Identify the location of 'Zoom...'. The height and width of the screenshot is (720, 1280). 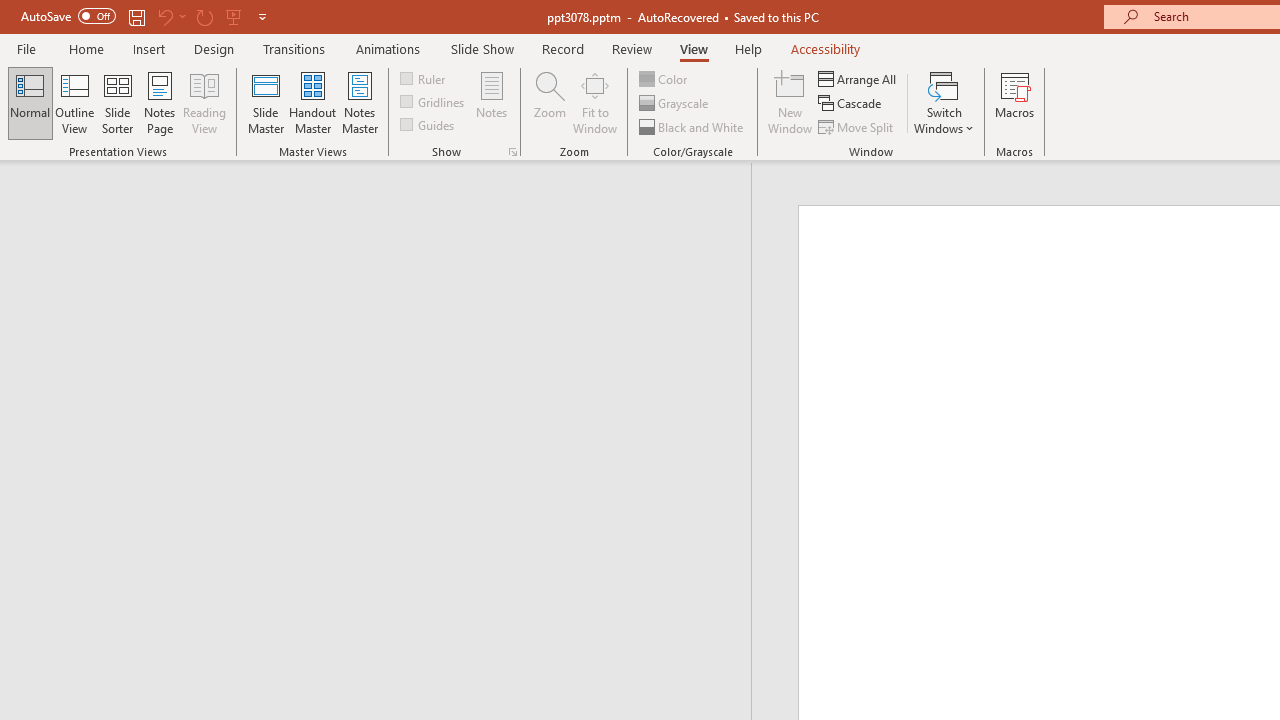
(549, 103).